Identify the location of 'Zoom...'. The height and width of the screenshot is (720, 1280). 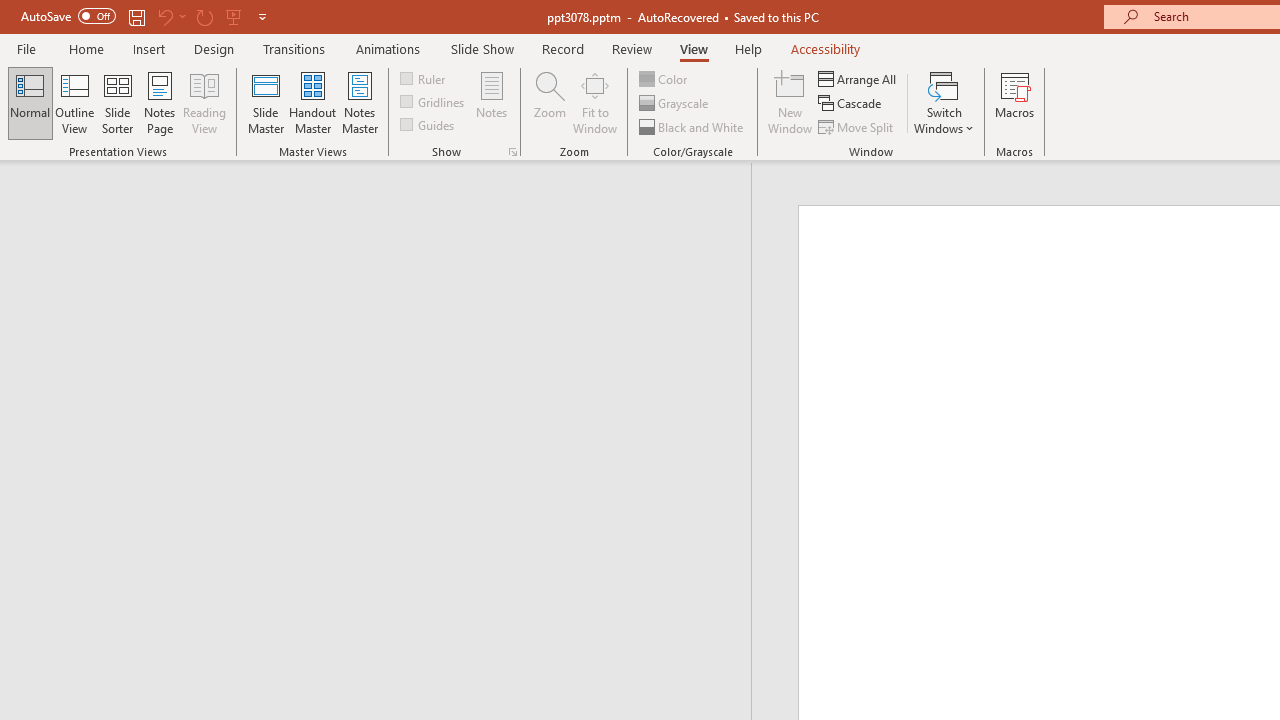
(549, 103).